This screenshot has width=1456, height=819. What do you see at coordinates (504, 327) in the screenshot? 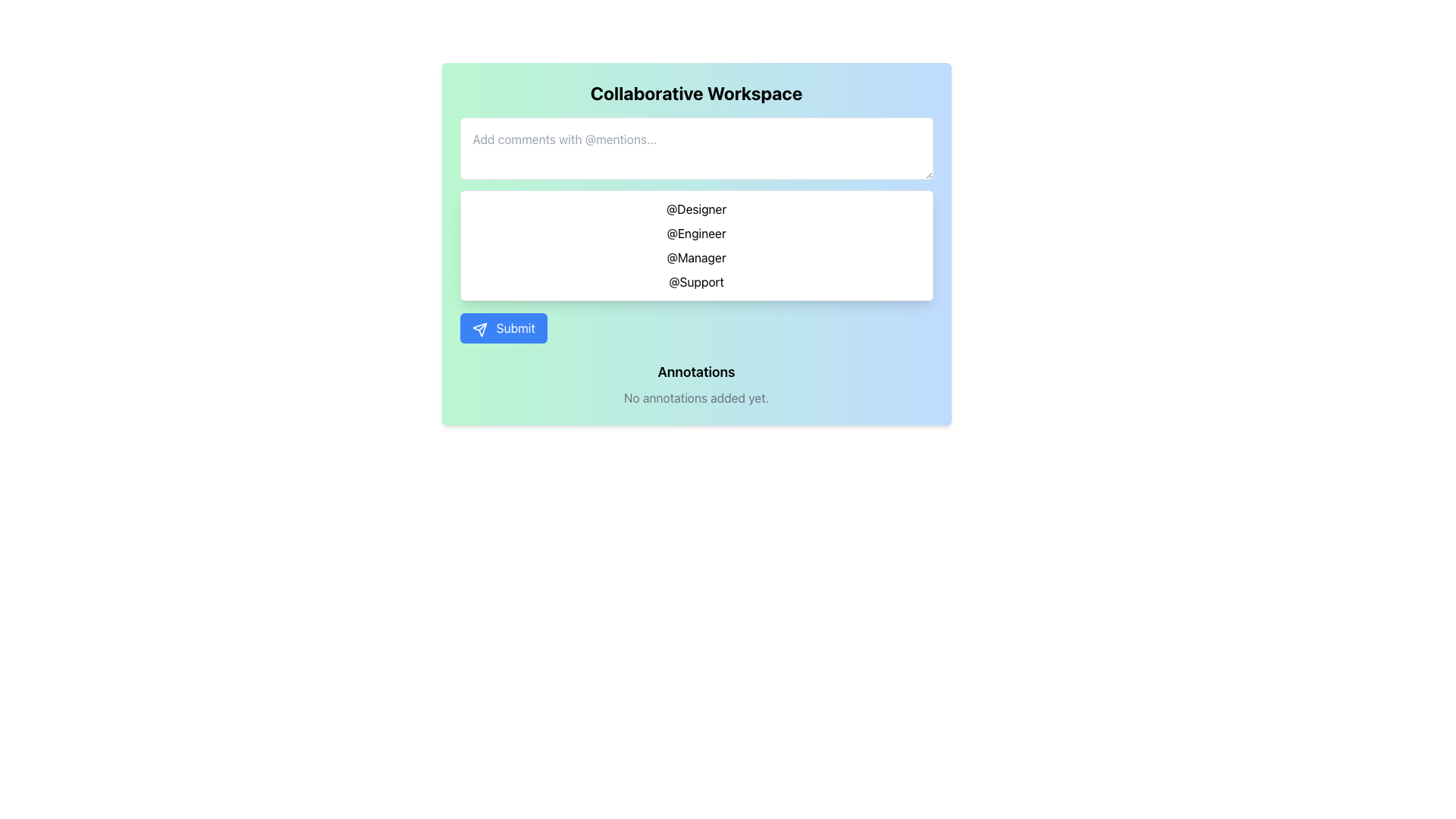
I see `the submit button located at the bottom left of the card interface to trigger a visual effect` at bounding box center [504, 327].